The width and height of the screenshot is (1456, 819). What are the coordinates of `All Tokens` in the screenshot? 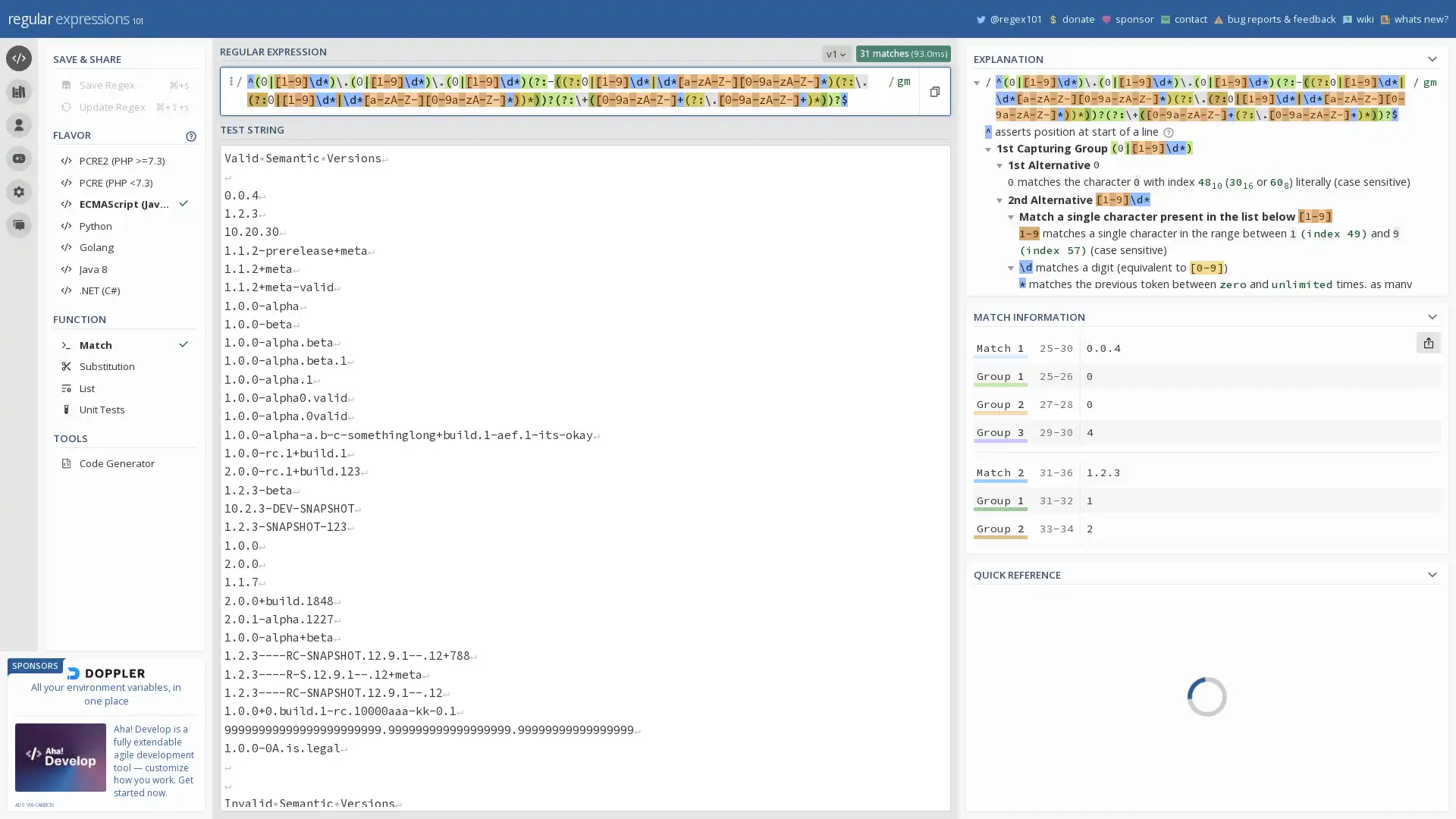 It's located at (1044, 629).